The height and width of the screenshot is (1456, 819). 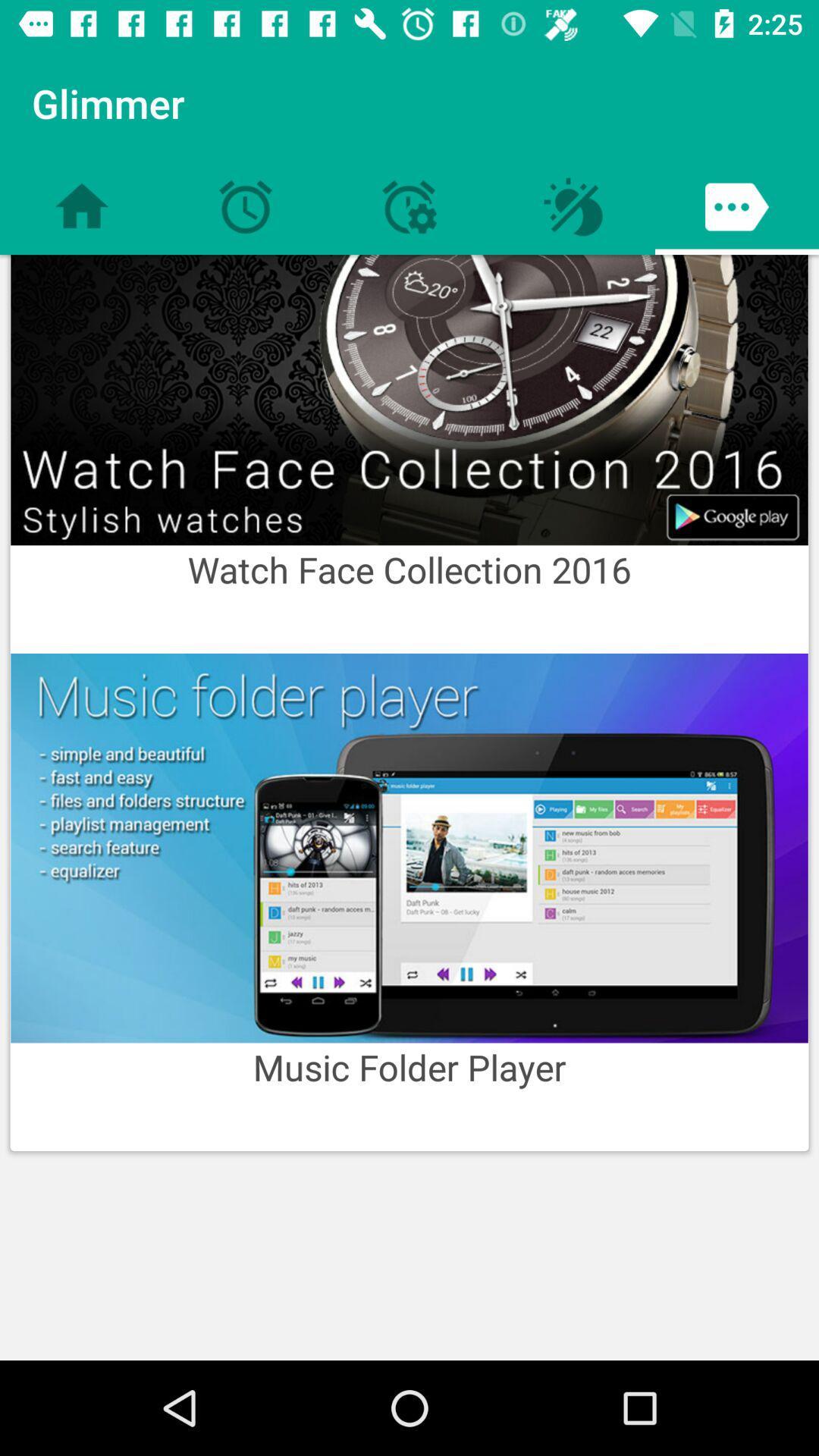 What do you see at coordinates (409, 400) in the screenshot?
I see `open image` at bounding box center [409, 400].